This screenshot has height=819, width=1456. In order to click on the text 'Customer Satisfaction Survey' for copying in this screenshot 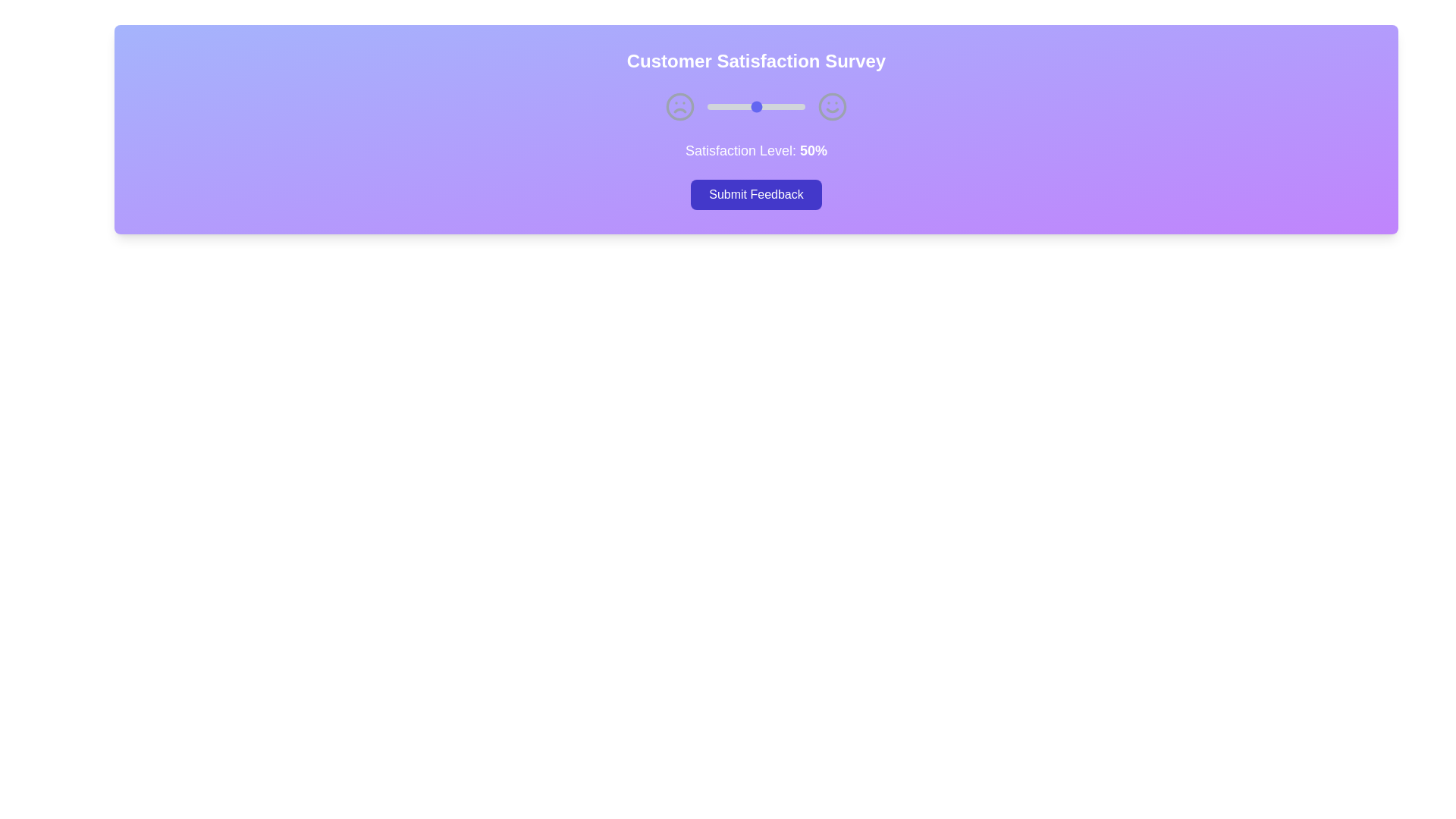, I will do `click(756, 61)`.